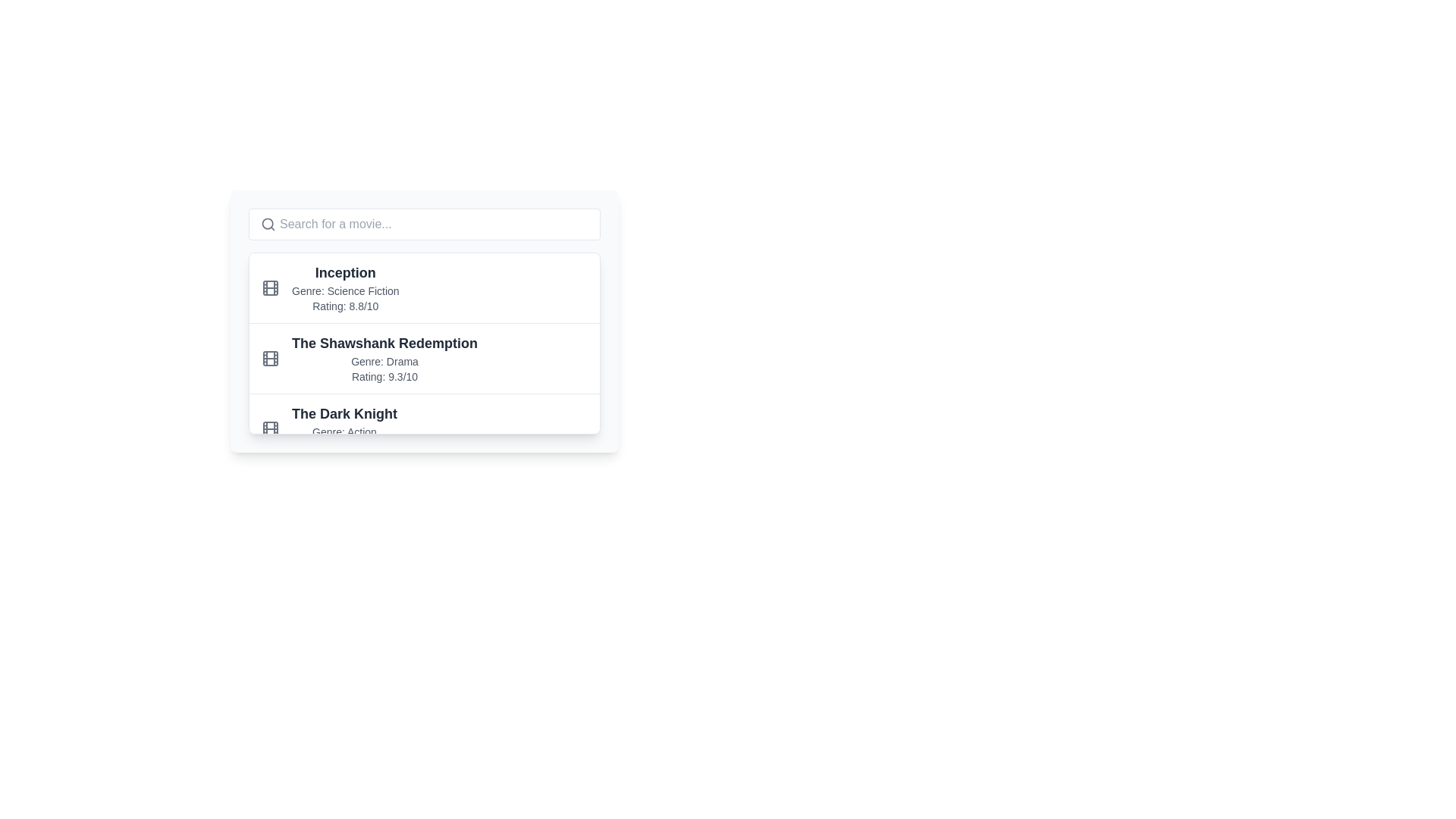  What do you see at coordinates (384, 362) in the screenshot?
I see `the genre information text label located directly below the title 'The Shawshank Redemption' and above the rating information` at bounding box center [384, 362].